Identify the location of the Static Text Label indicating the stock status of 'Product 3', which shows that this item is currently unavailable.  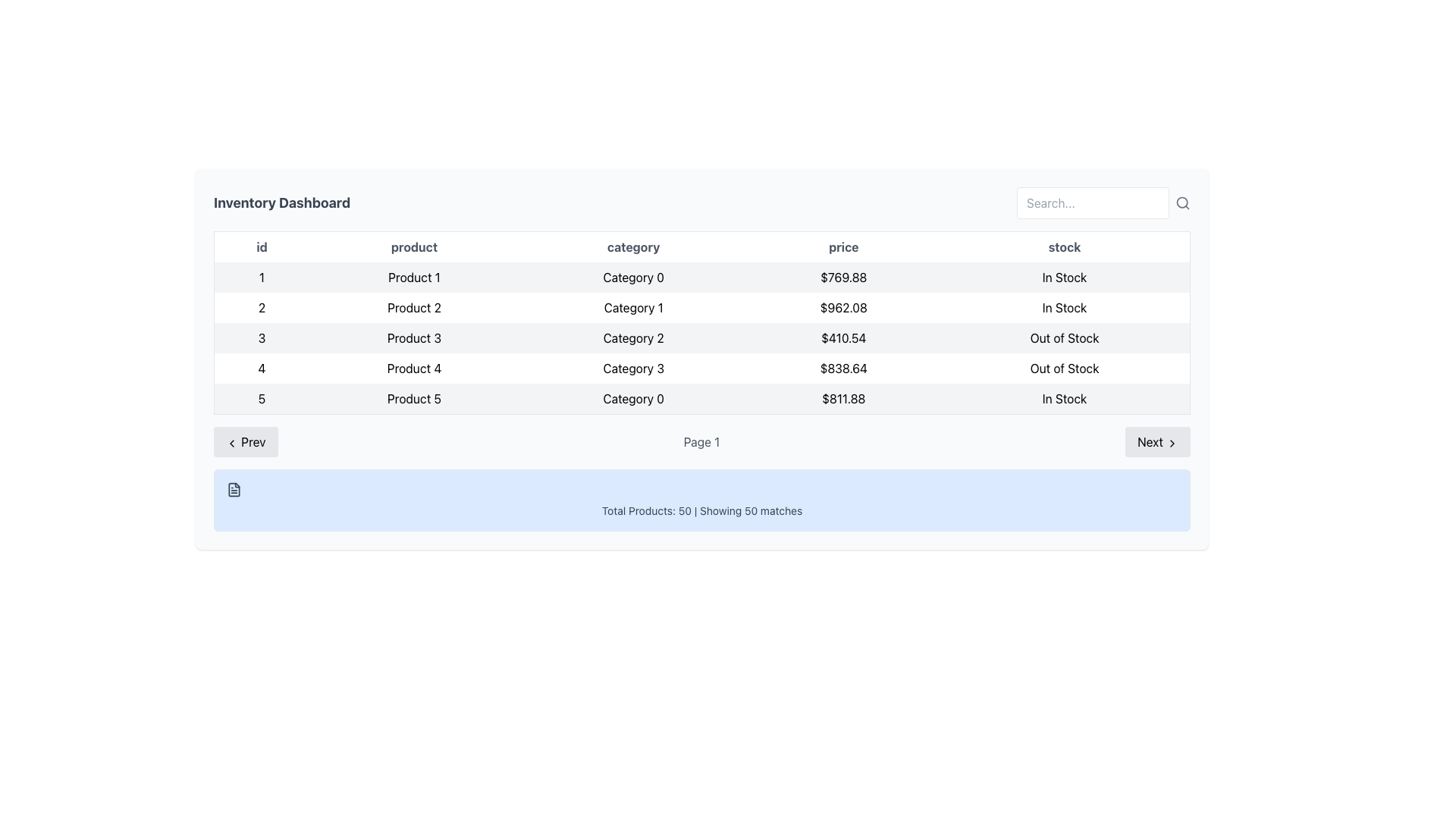
(1064, 337).